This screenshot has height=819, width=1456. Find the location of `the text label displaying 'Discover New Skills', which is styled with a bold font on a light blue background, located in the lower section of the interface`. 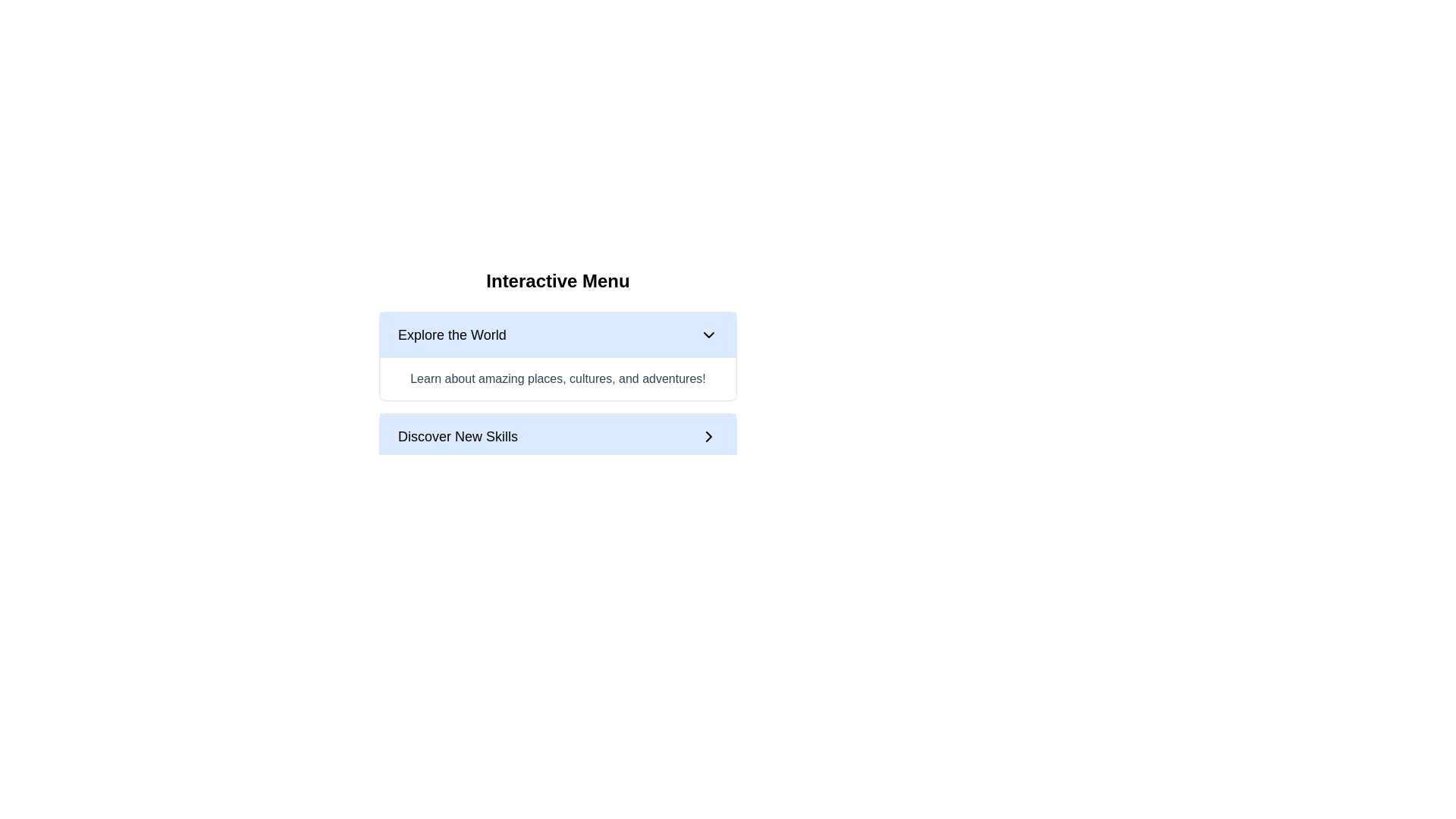

the text label displaying 'Discover New Skills', which is styled with a bold font on a light blue background, located in the lower section of the interface is located at coordinates (457, 436).